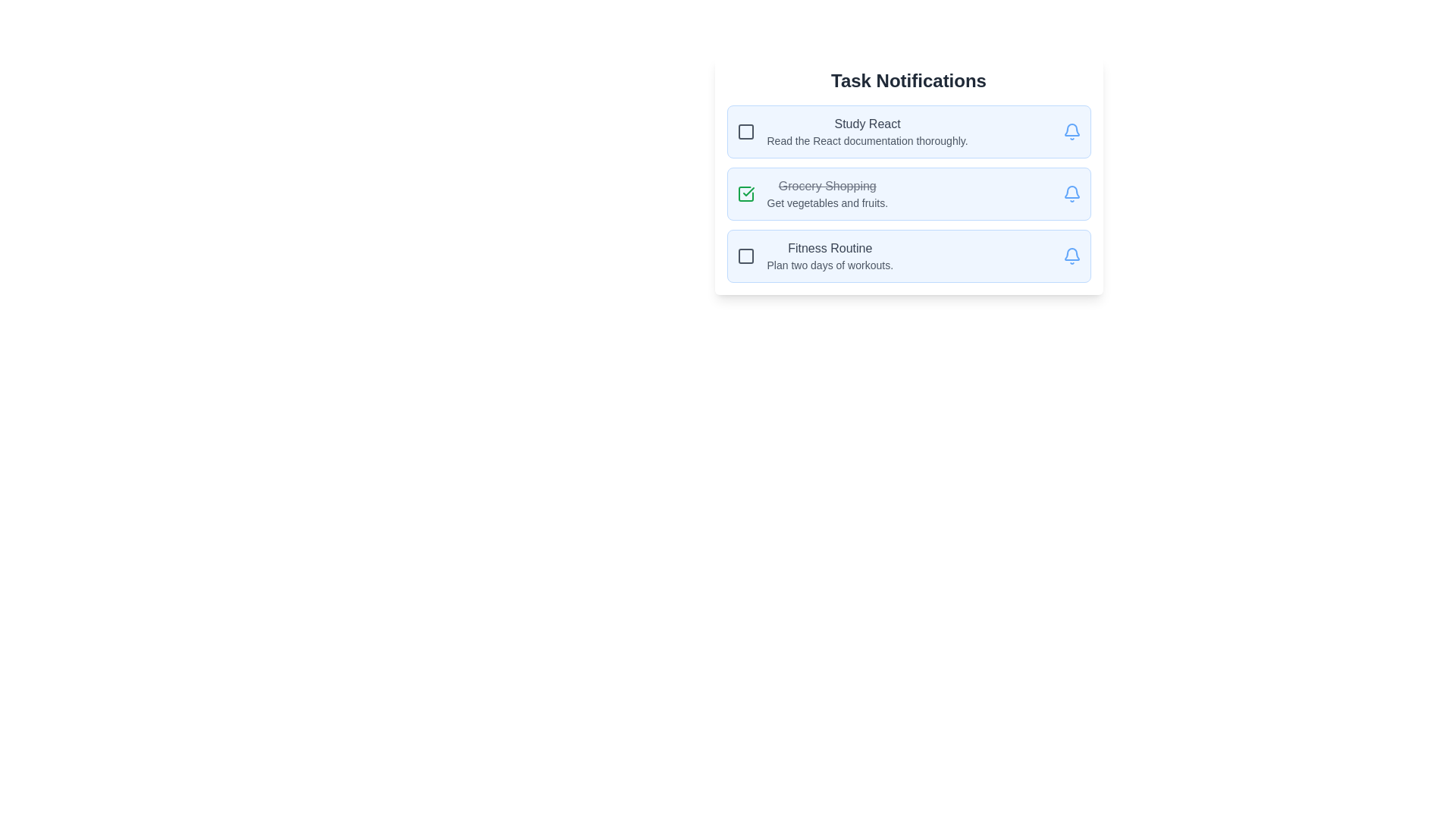 This screenshot has width=1456, height=819. Describe the element at coordinates (745, 193) in the screenshot. I see `the green outlined checkbox containing a checkmark` at that location.